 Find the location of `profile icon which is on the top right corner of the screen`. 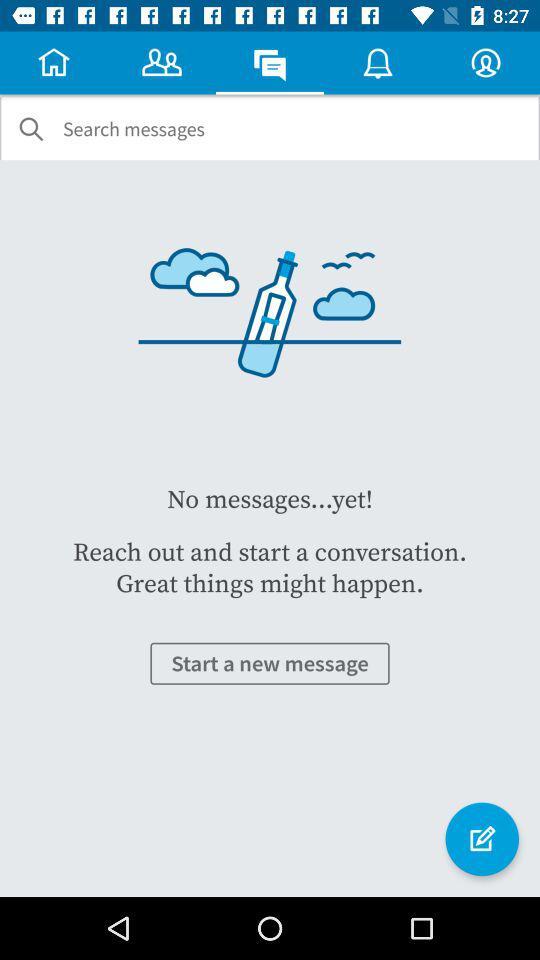

profile icon which is on the top right corner of the screen is located at coordinates (485, 62).